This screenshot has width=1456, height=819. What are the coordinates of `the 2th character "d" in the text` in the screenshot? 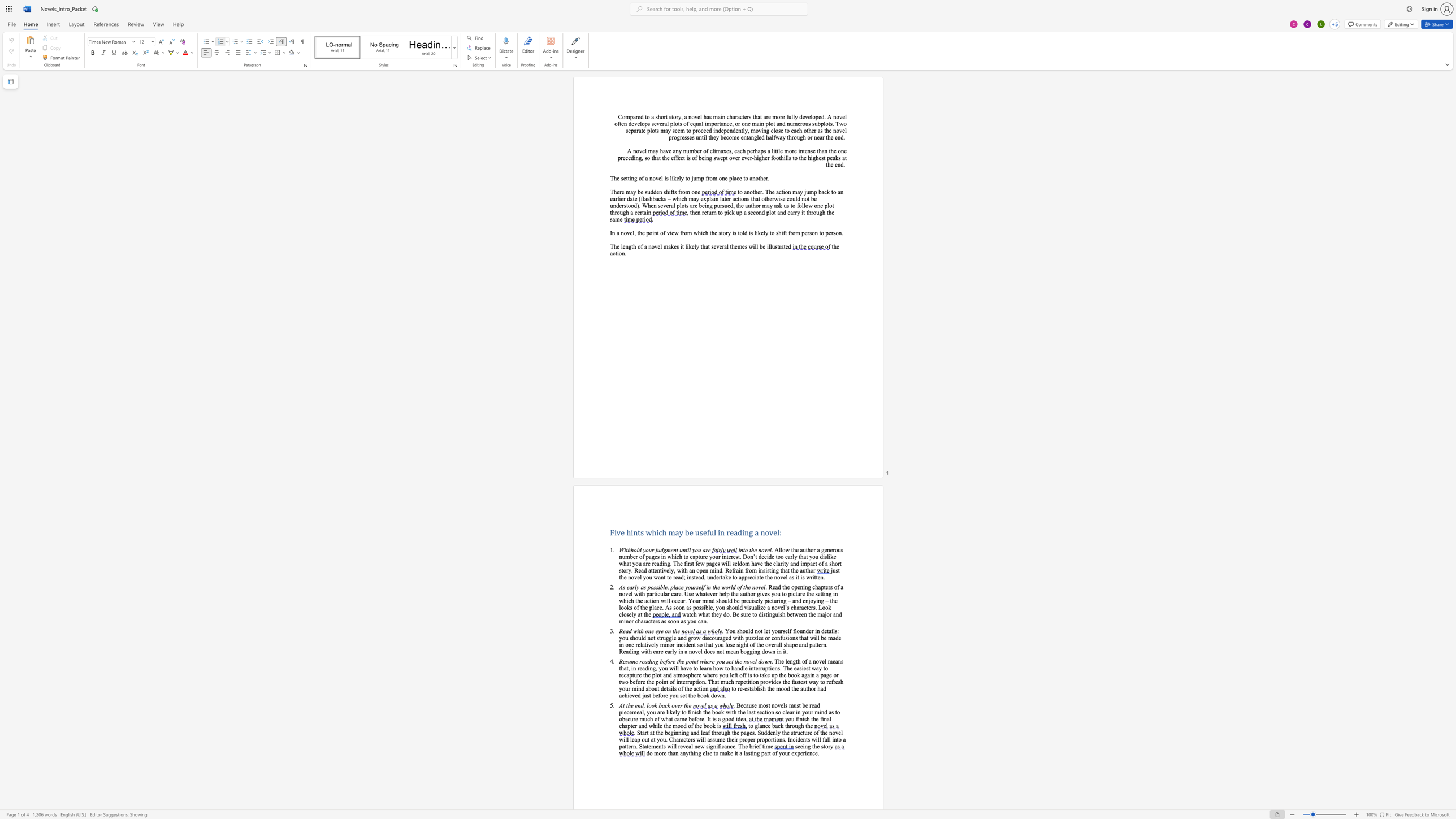 It's located at (760, 661).